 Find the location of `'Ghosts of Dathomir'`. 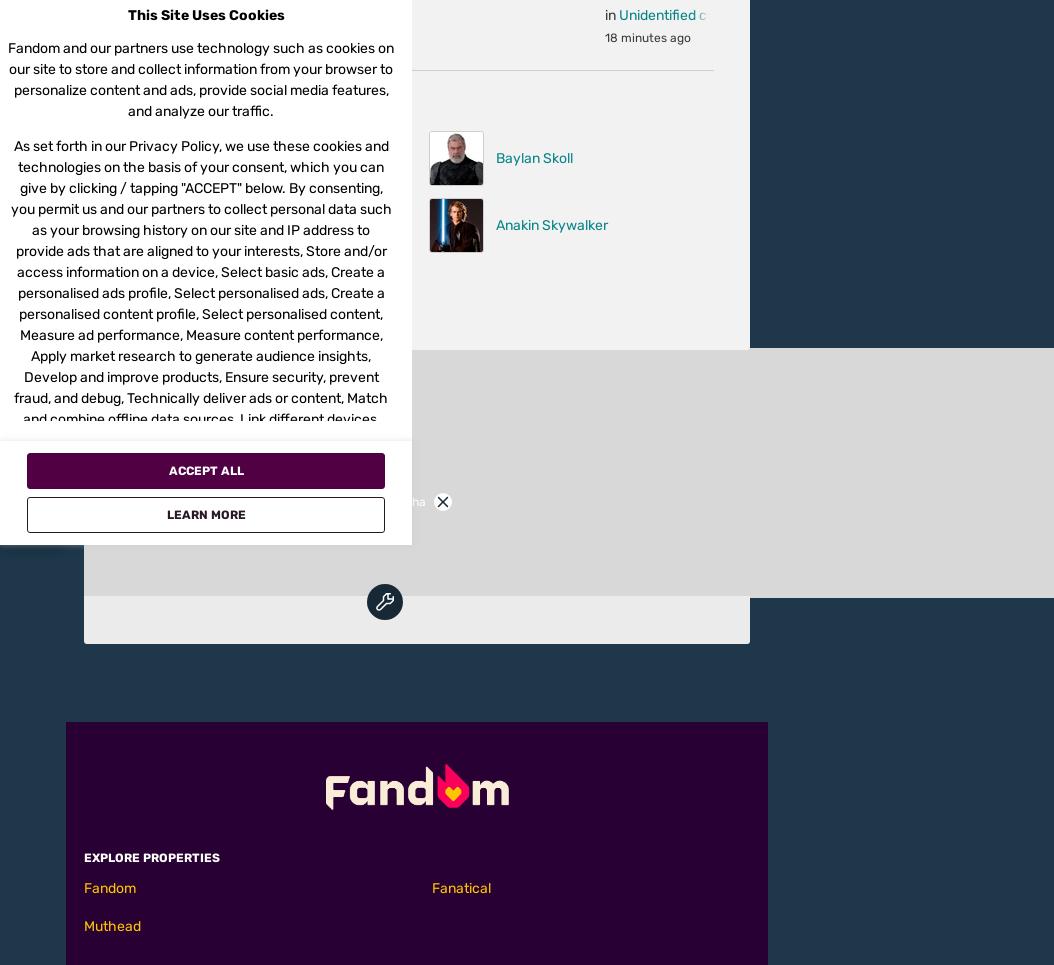

'Ghosts of Dathomir' is located at coordinates (214, 369).